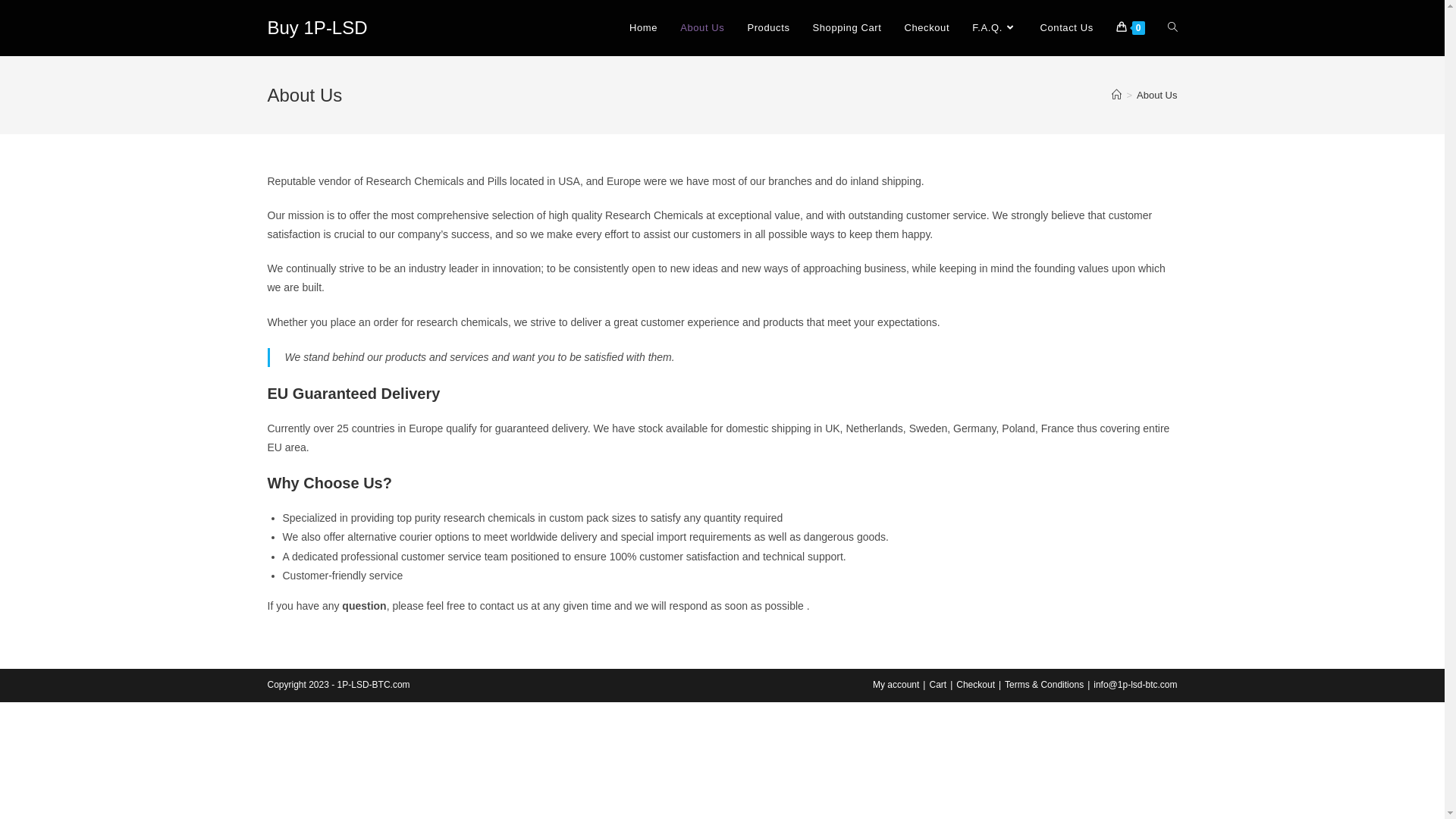 This screenshot has width=1456, height=819. I want to click on 'Cart', so click(927, 684).